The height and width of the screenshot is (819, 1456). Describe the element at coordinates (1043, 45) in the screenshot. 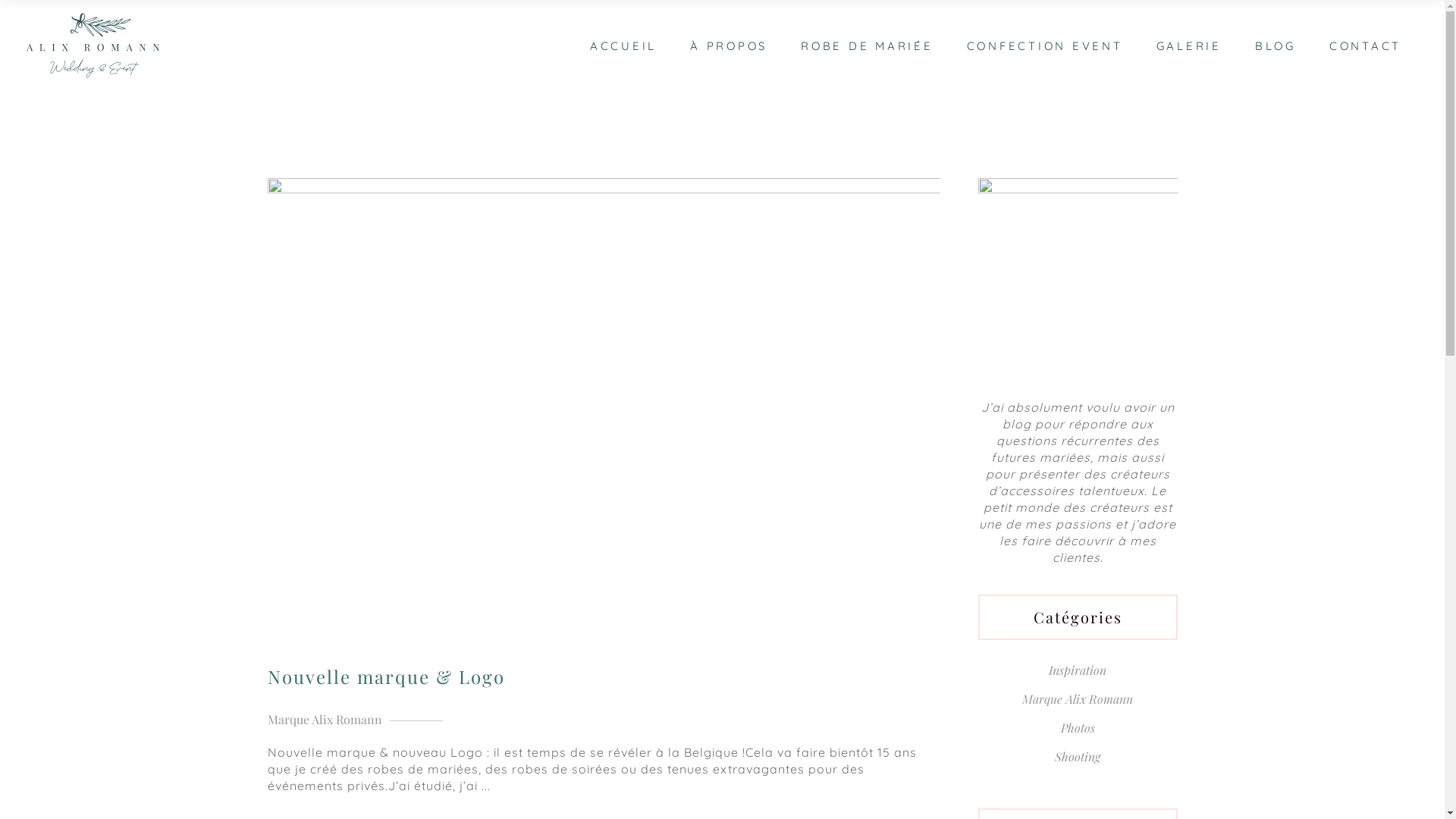

I see `'CONFECTION EVENT'` at that location.